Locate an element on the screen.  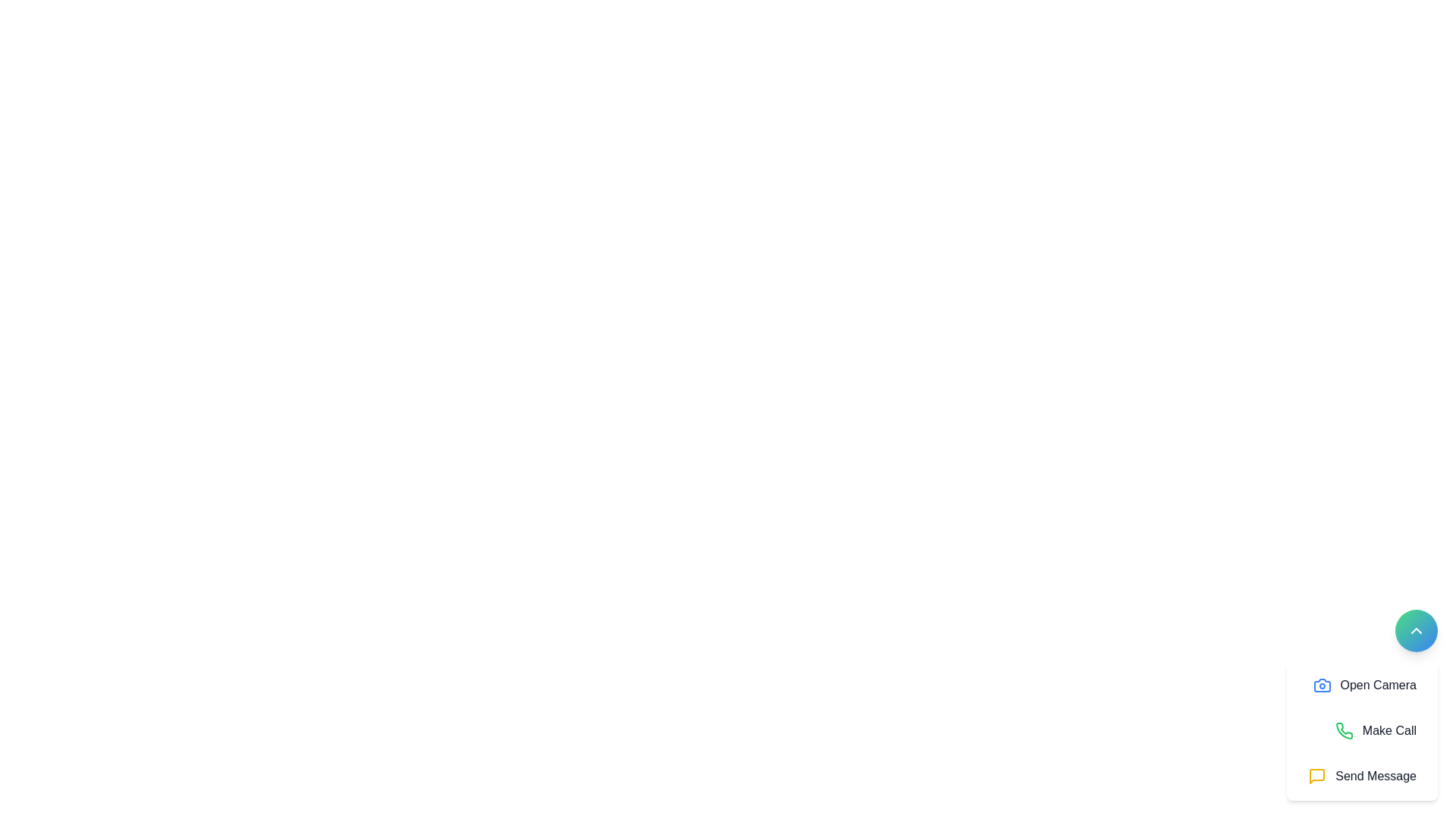
the messaging button located at the bottom of the vertical menu, which is the last option below 'Make Call' and 'Open Camera' is located at coordinates (1362, 776).